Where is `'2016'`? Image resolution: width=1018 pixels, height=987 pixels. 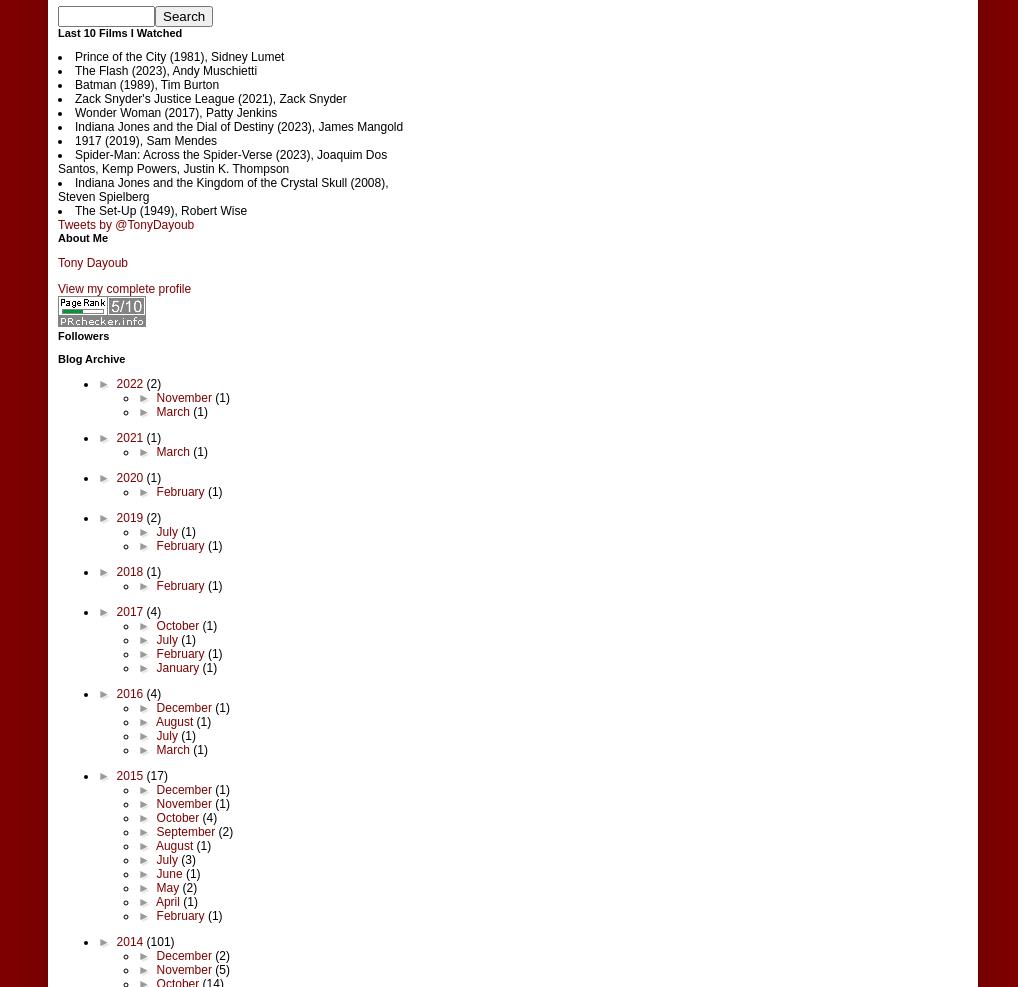 '2016' is located at coordinates (130, 692).